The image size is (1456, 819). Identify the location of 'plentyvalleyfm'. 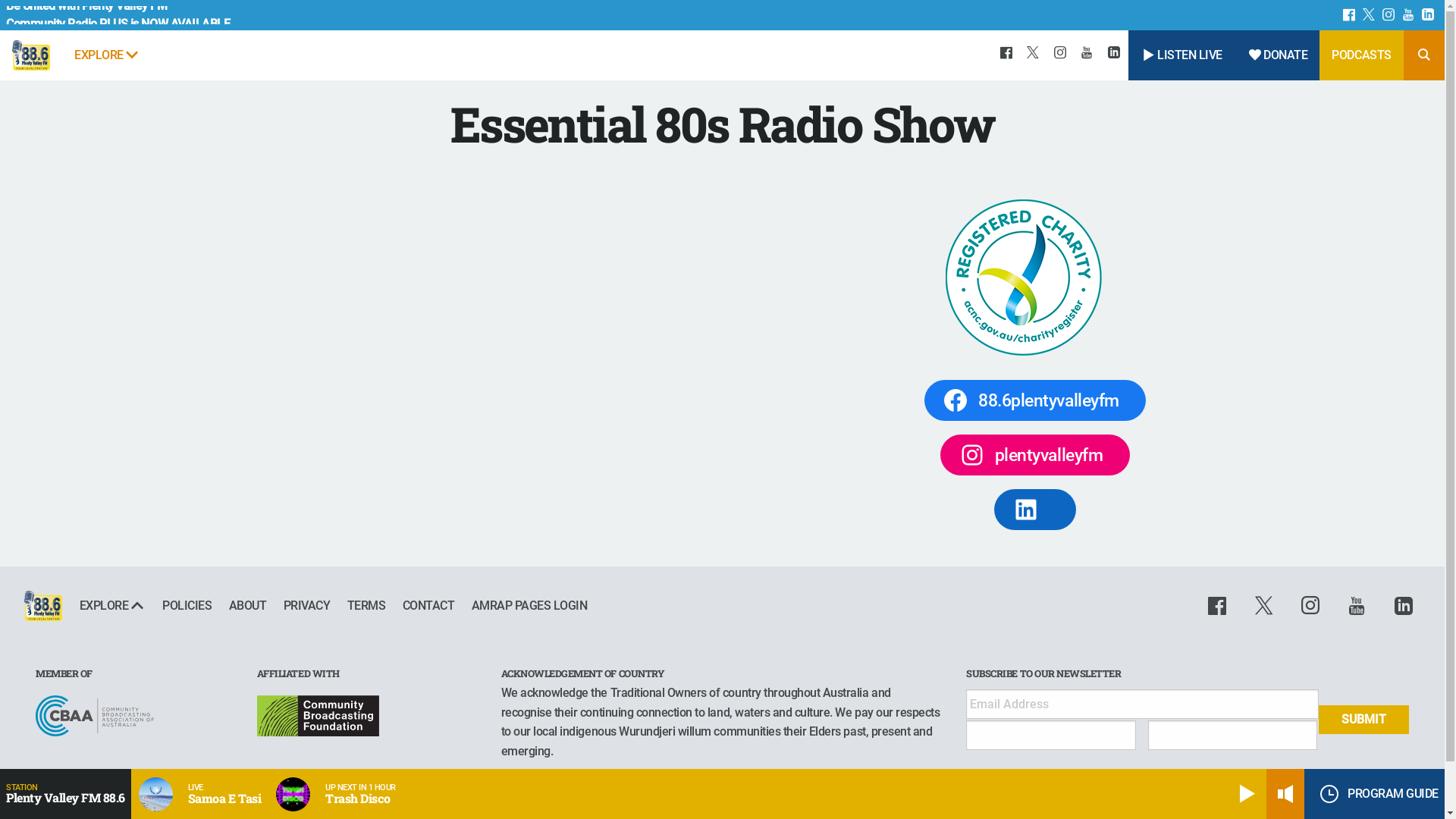
(939, 454).